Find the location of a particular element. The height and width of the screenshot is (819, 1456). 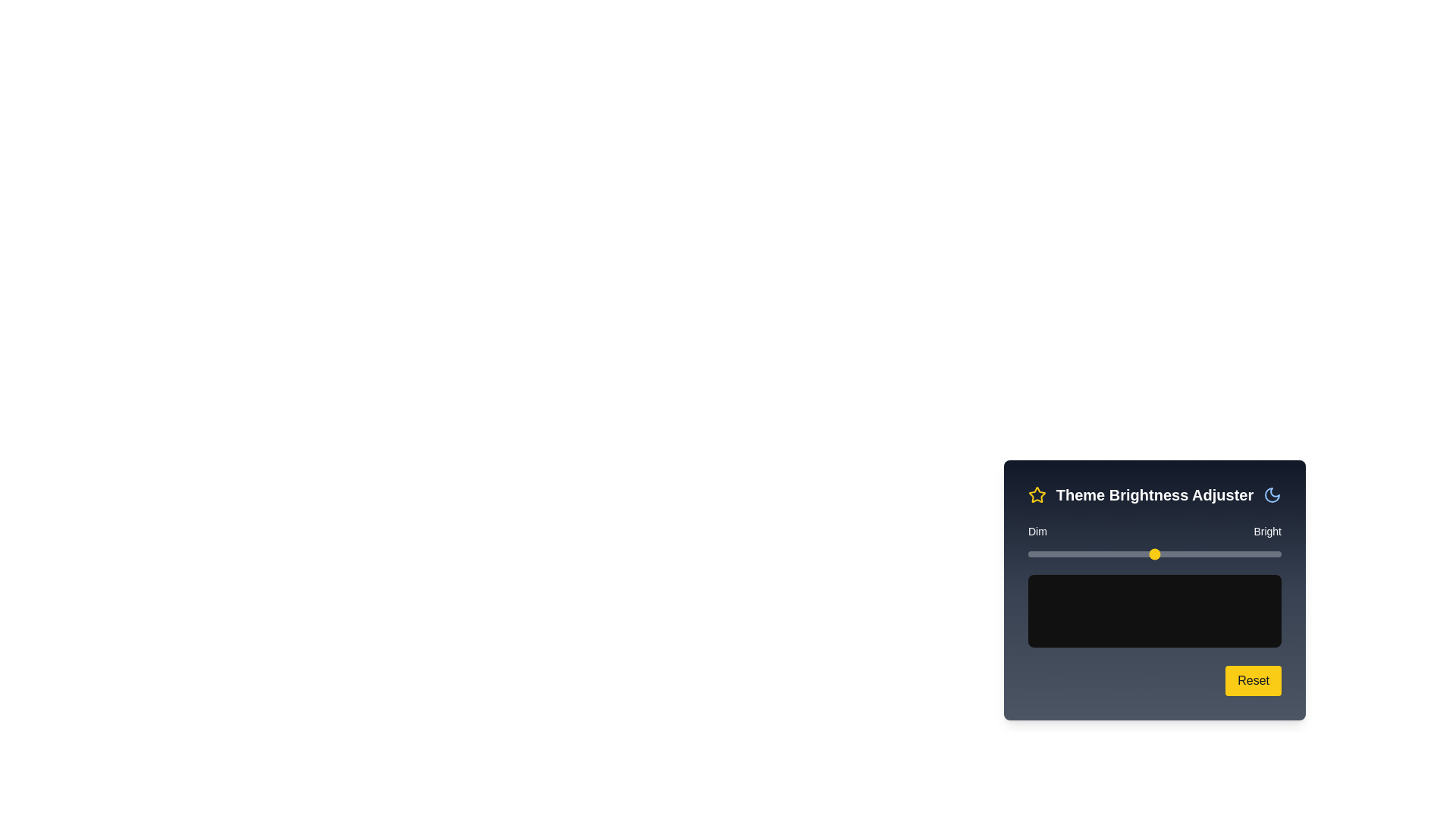

the brightness slider to 46% and observe the preview area is located at coordinates (1144, 554).